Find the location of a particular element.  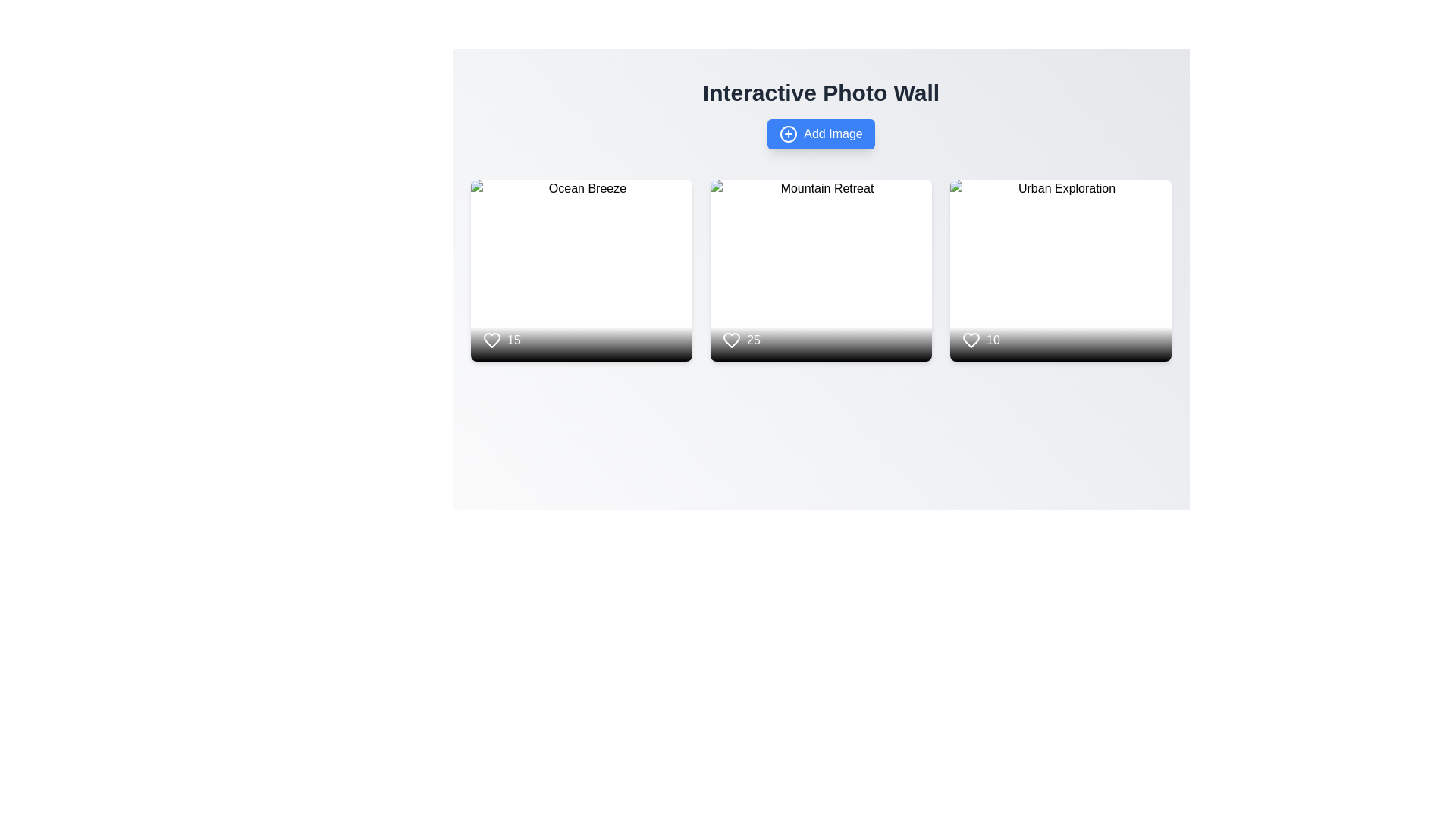

the 'like' icon located in the lower-left part of the 'Ocean Breeze' card is located at coordinates (491, 339).